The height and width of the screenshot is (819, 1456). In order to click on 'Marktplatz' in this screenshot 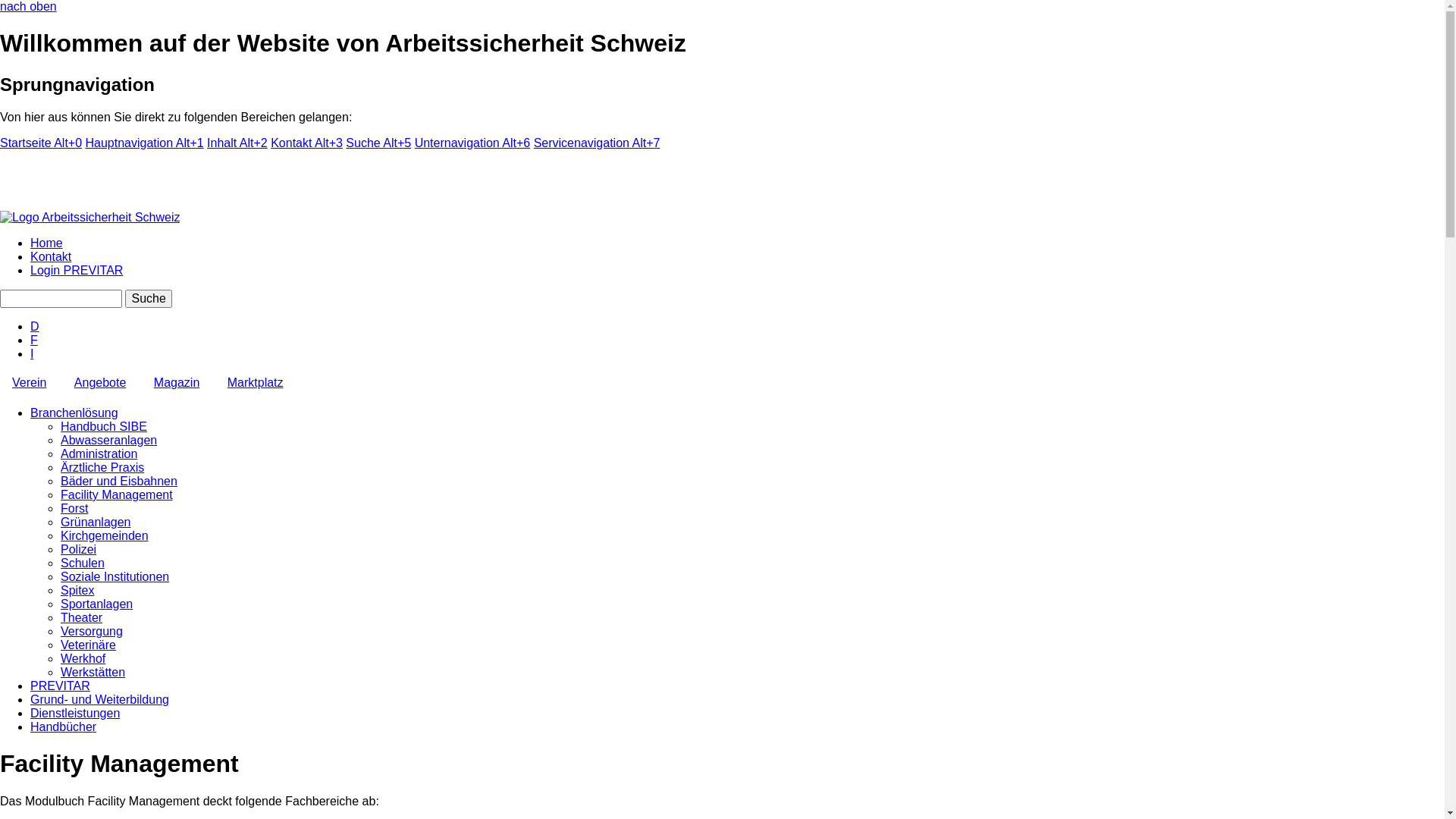, I will do `click(255, 382)`.